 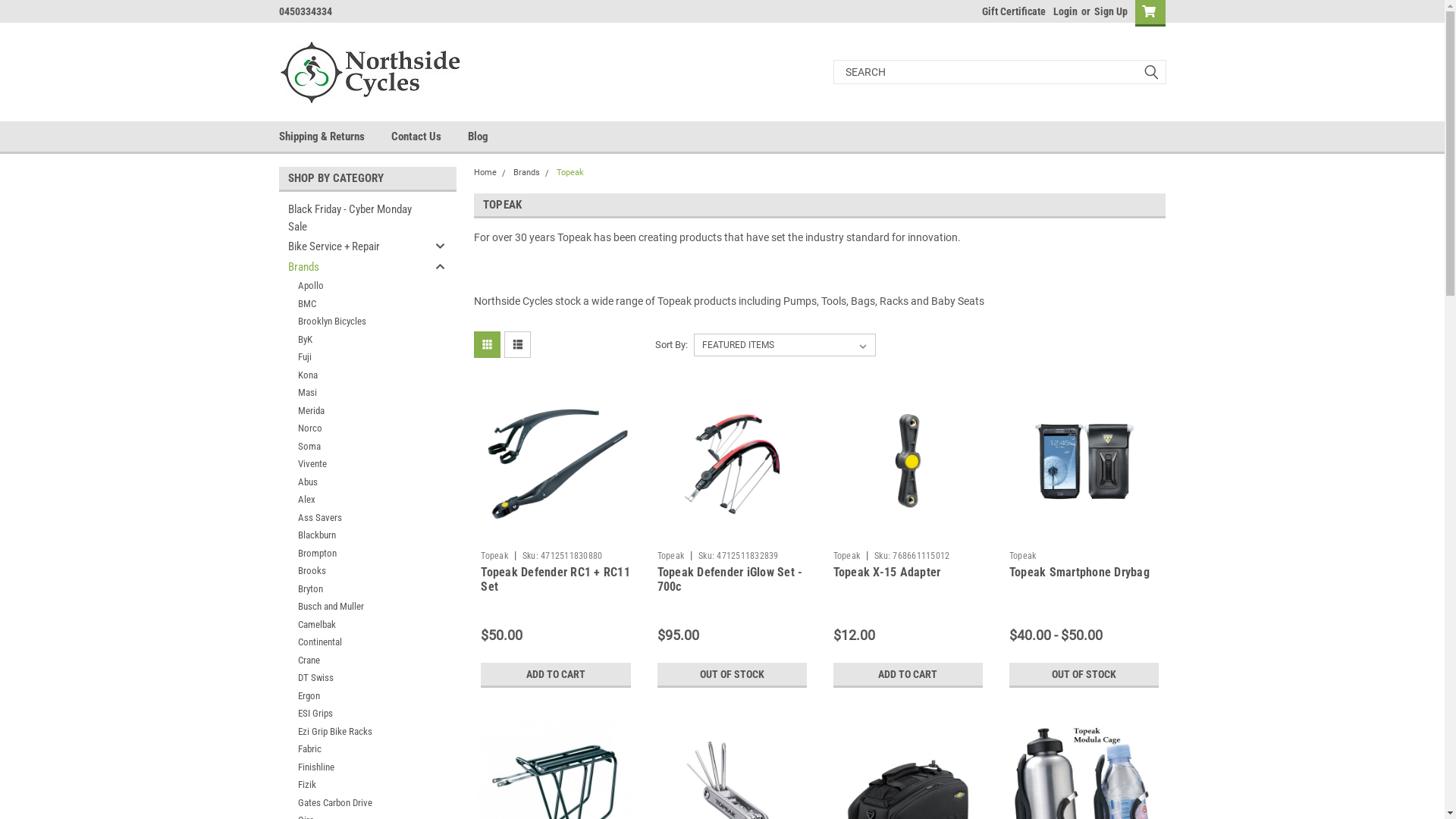 I want to click on 'Blackburn', so click(x=353, y=534).